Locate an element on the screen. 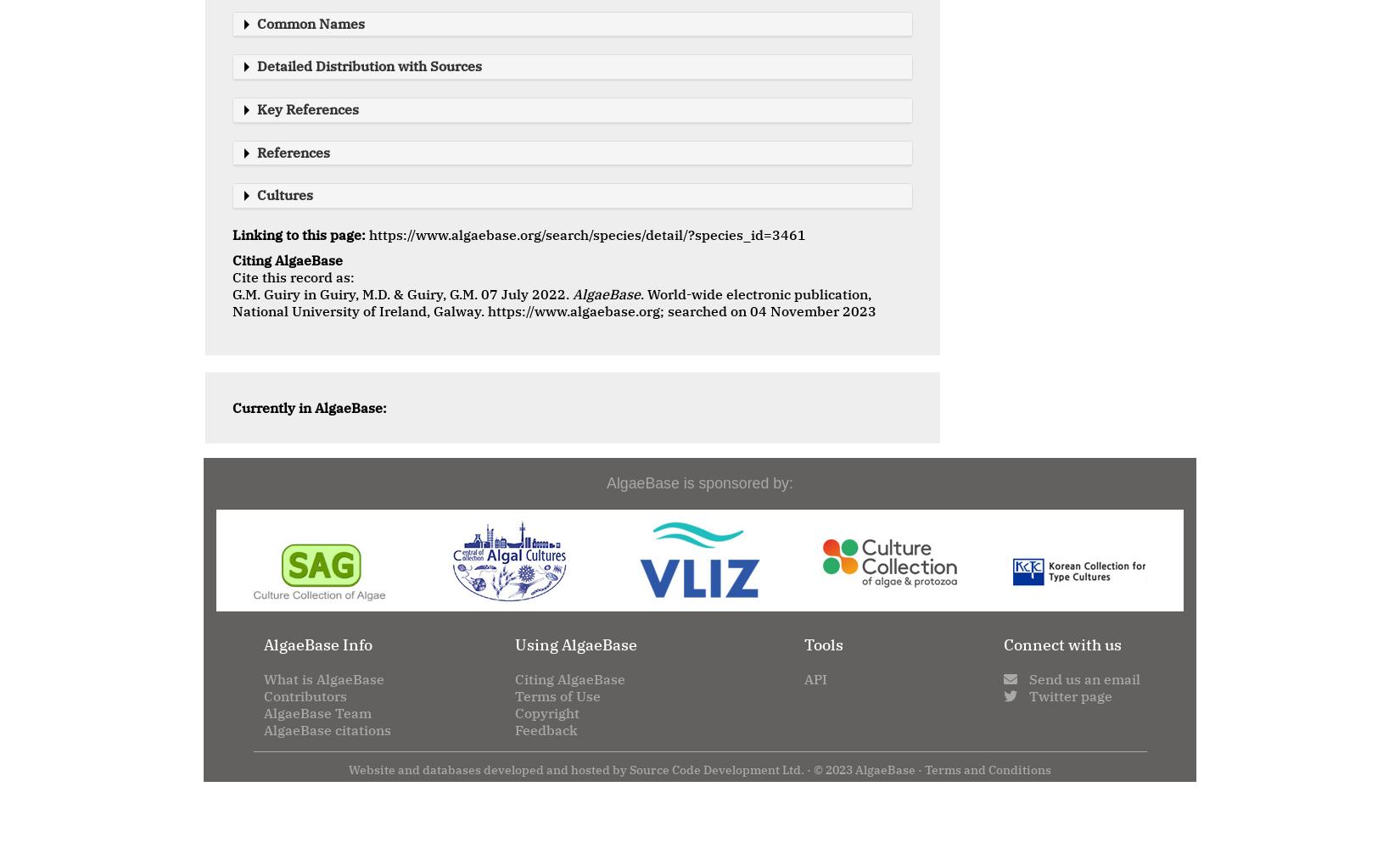  'Website and databases developed and hosted by Source Code Development Ltd. · ©' is located at coordinates (586, 769).